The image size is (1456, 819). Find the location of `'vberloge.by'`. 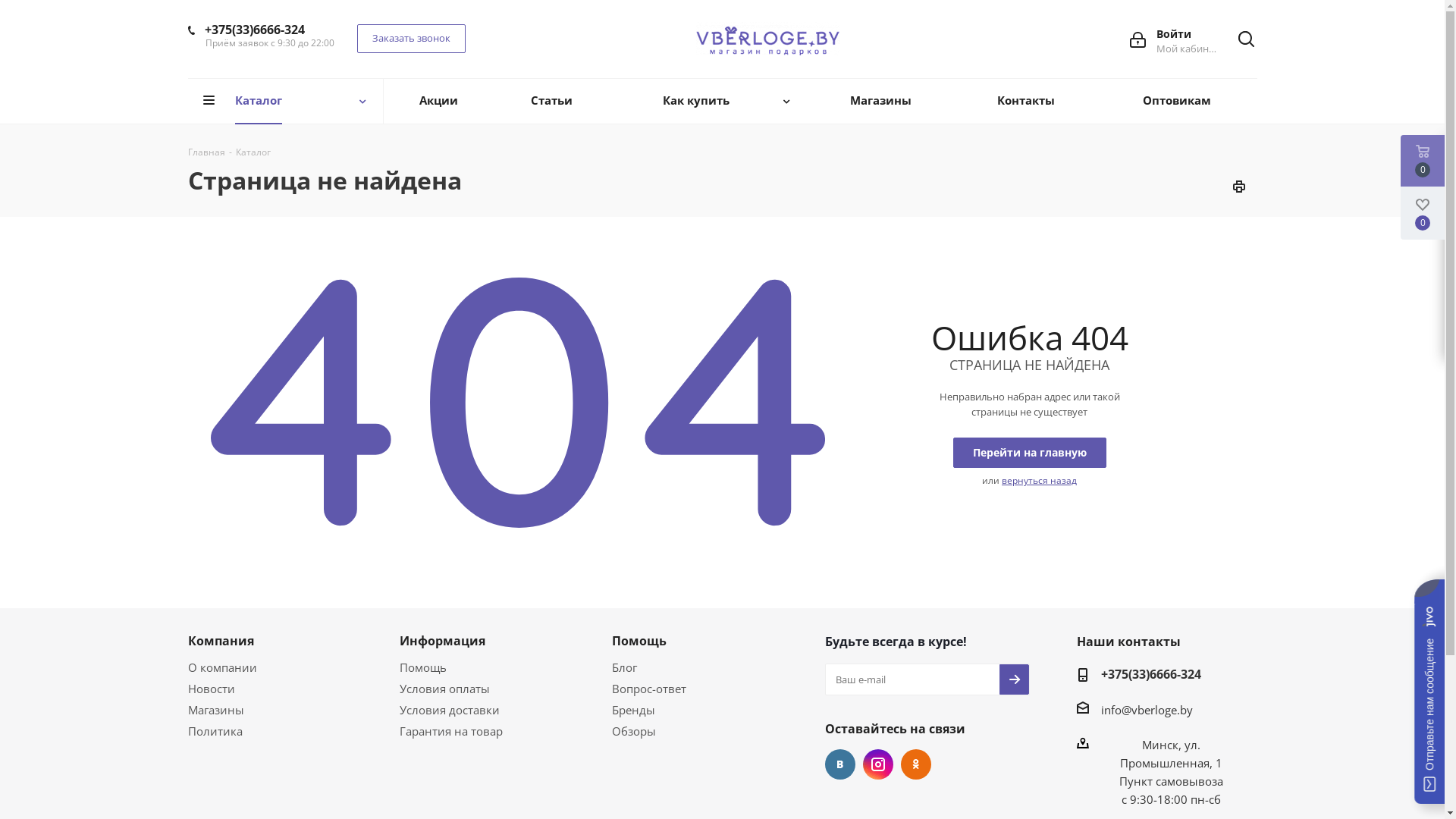

'vberloge.by' is located at coordinates (695, 38).